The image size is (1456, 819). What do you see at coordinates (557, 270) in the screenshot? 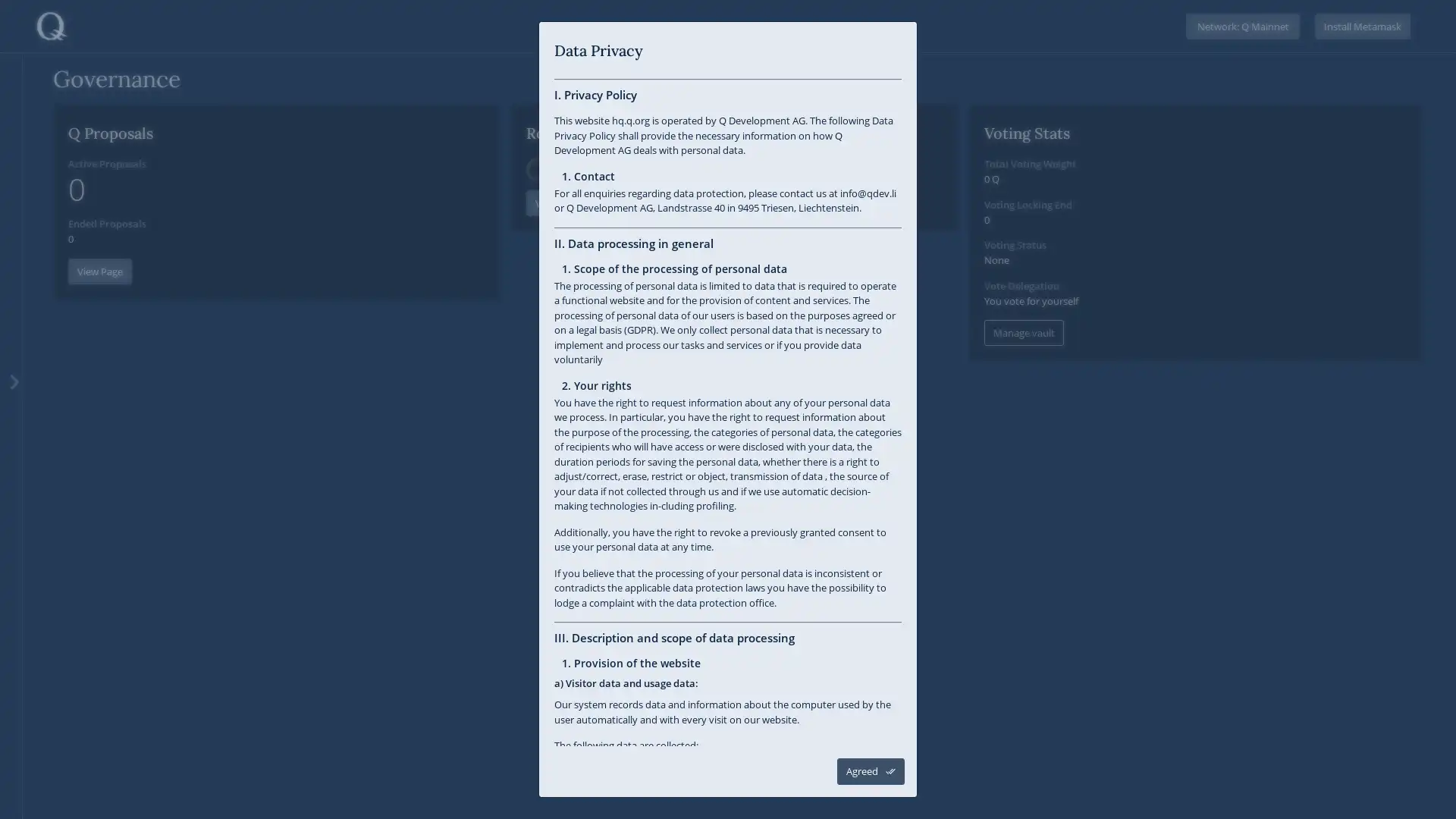
I see `View Page` at bounding box center [557, 270].